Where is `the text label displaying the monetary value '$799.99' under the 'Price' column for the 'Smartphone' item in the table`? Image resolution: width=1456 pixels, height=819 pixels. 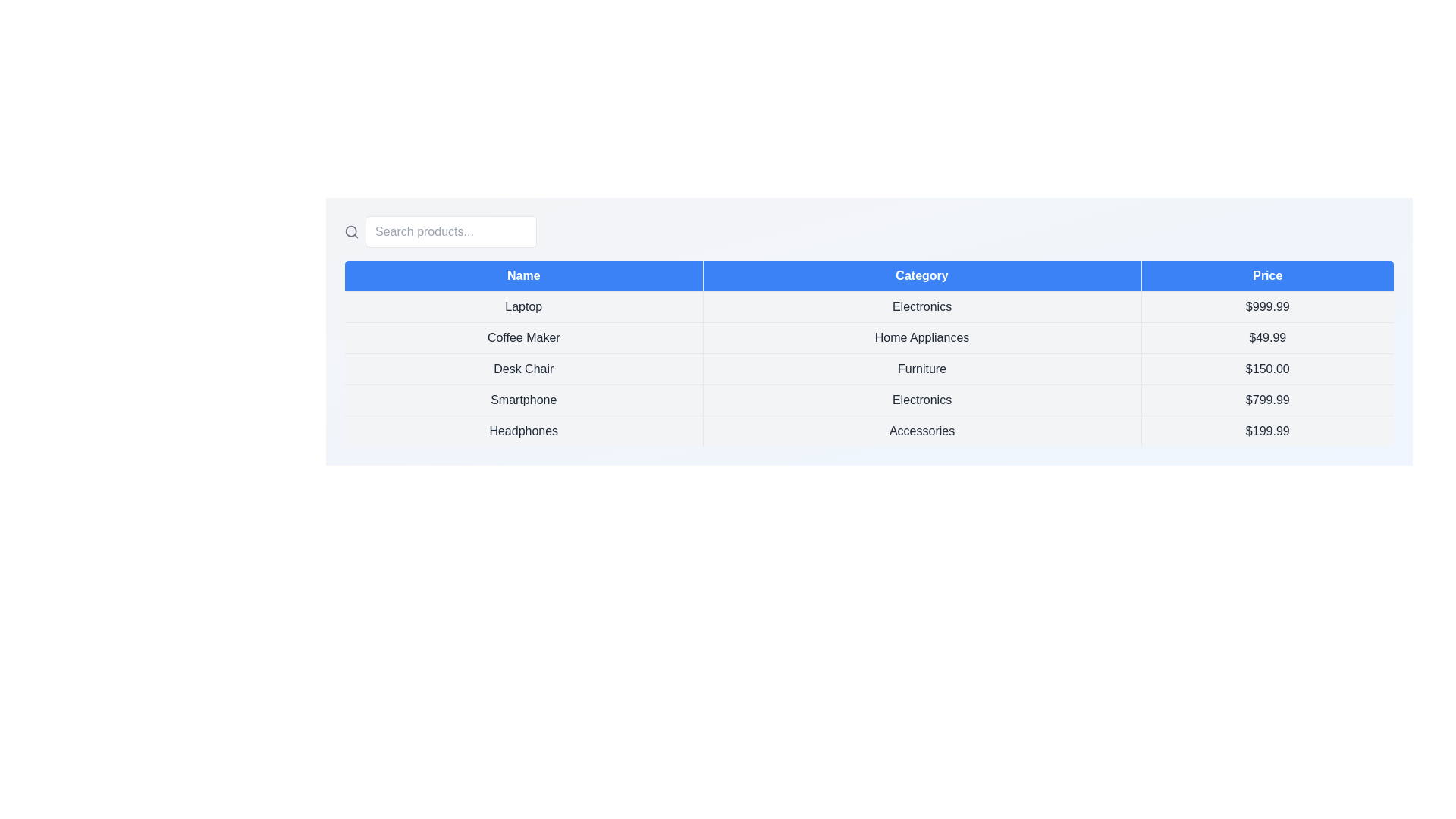 the text label displaying the monetary value '$799.99' under the 'Price' column for the 'Smartphone' item in the table is located at coordinates (1267, 400).